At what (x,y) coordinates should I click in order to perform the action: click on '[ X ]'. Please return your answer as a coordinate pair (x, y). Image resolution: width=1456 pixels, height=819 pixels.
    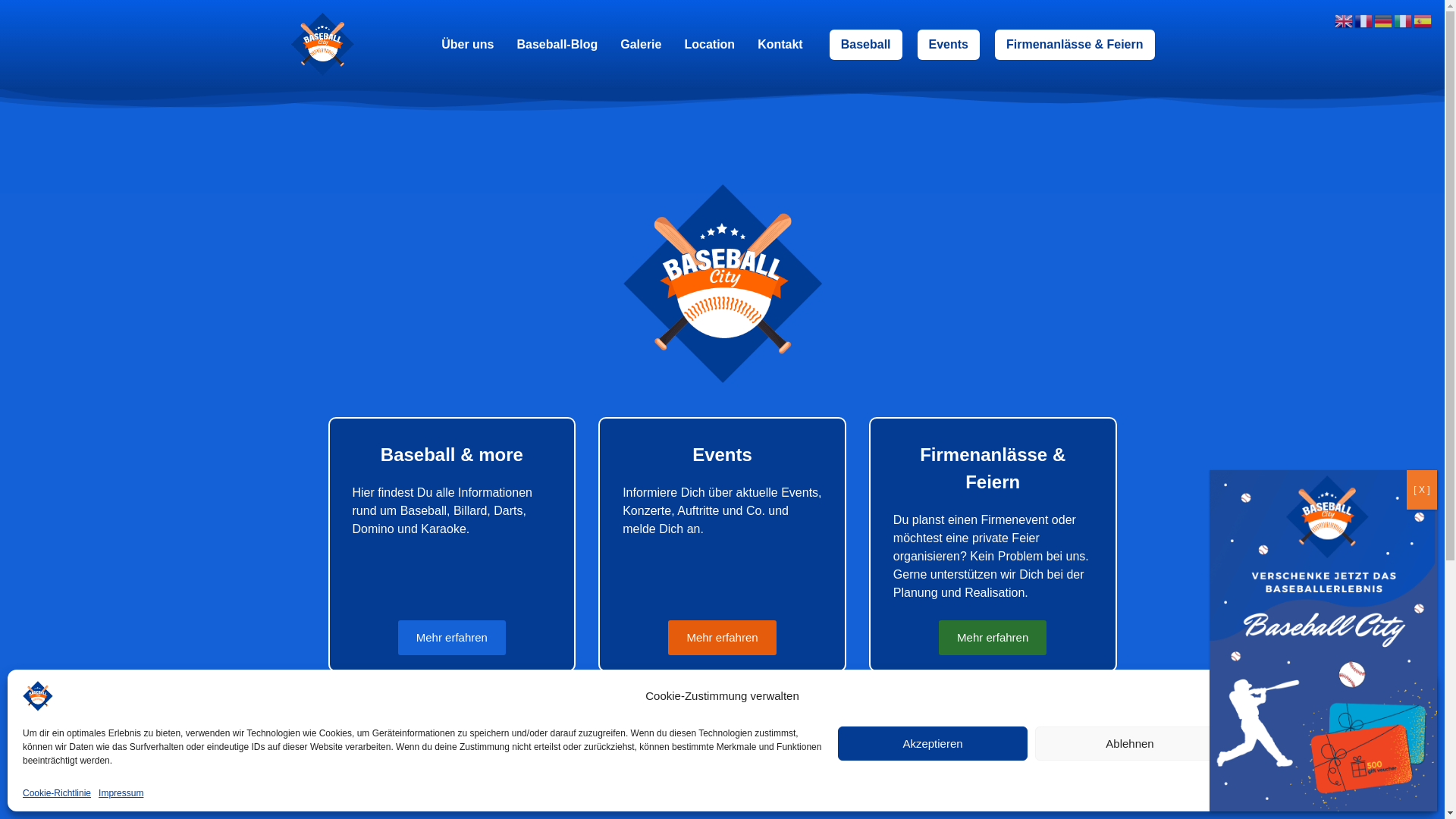
    Looking at the image, I should click on (1421, 489).